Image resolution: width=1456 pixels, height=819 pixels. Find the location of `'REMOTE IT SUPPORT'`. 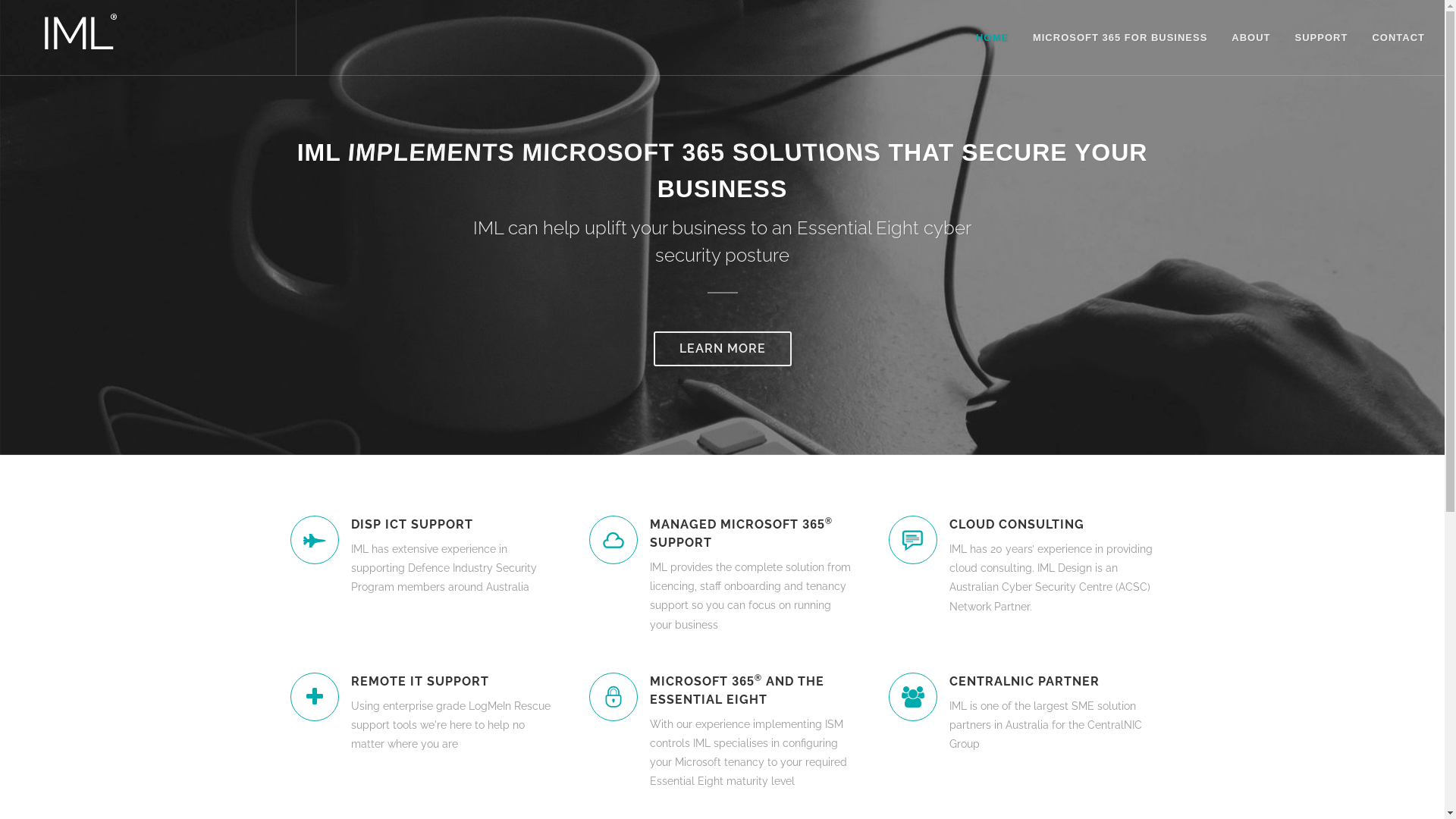

'REMOTE IT SUPPORT' is located at coordinates (451, 680).